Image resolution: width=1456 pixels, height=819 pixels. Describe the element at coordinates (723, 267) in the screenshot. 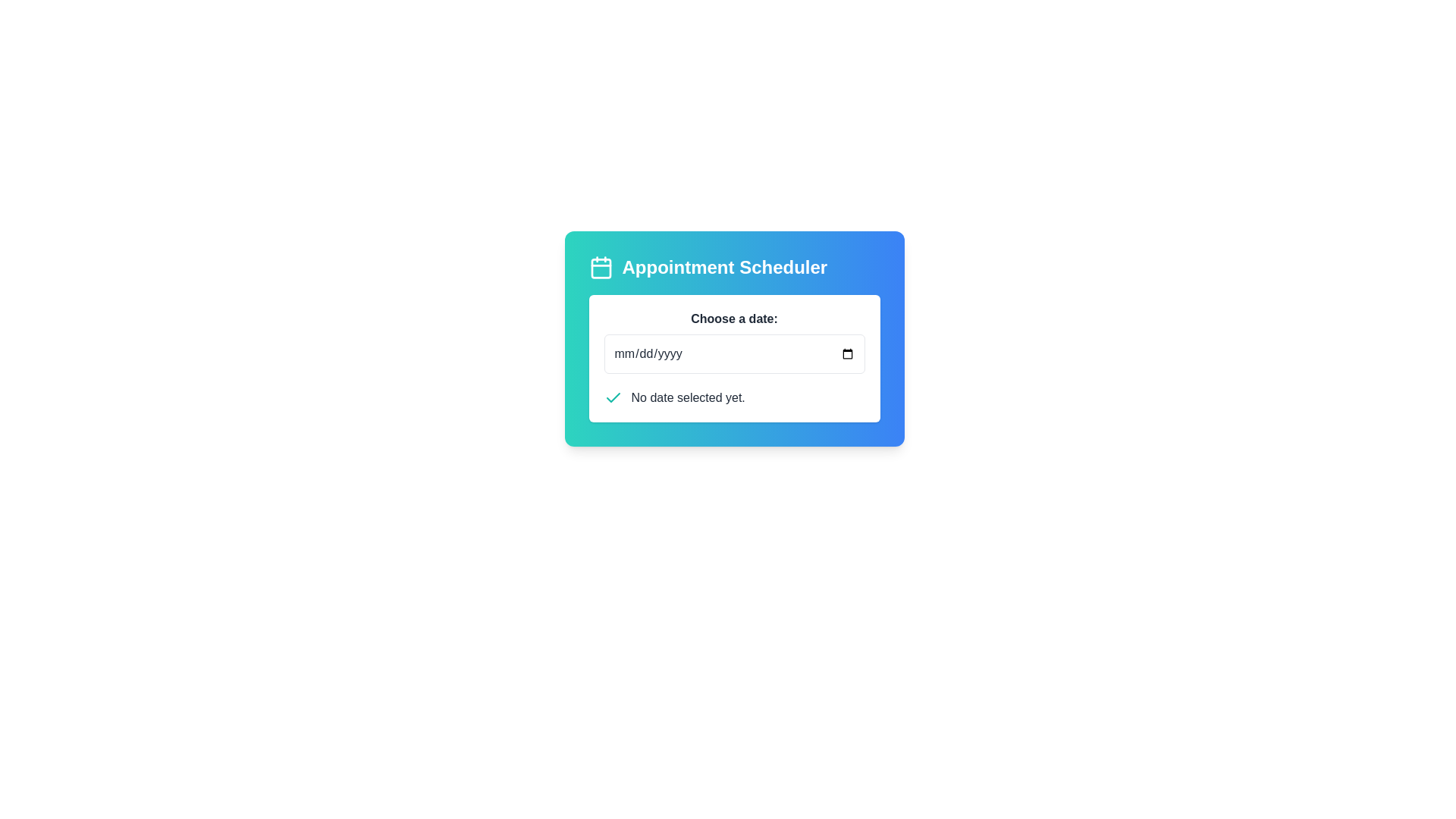

I see `the prominent text label displaying 'Appointment Scheduler' in the header section of the card layout` at that location.